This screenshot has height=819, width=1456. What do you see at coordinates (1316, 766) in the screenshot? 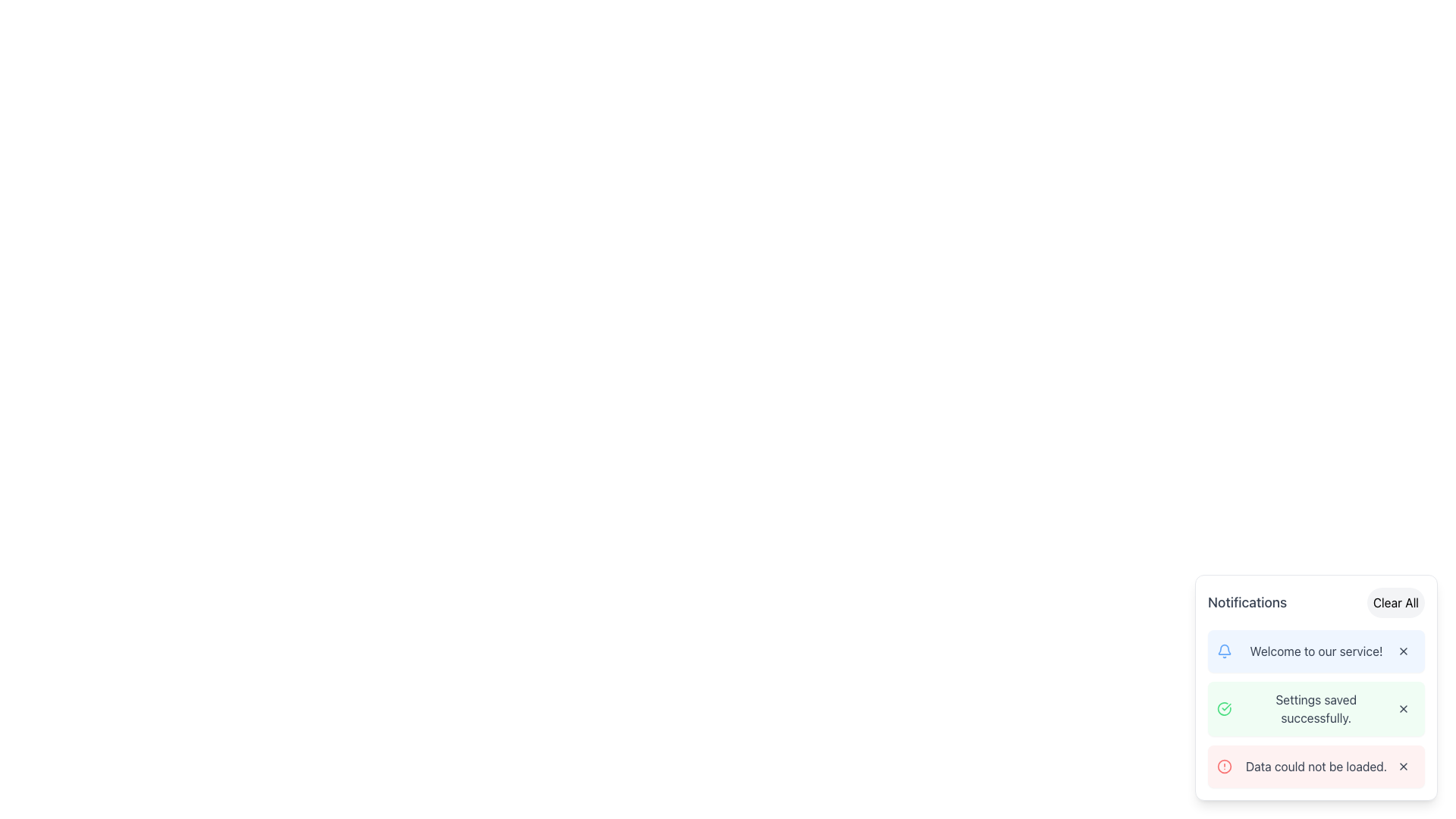
I see `informational text message displayed in the last notification entry of the notification panel, which indicates a failure to load data. This text is positioned to the right of a red circular icon within a rounded card that has a light red background` at bounding box center [1316, 766].